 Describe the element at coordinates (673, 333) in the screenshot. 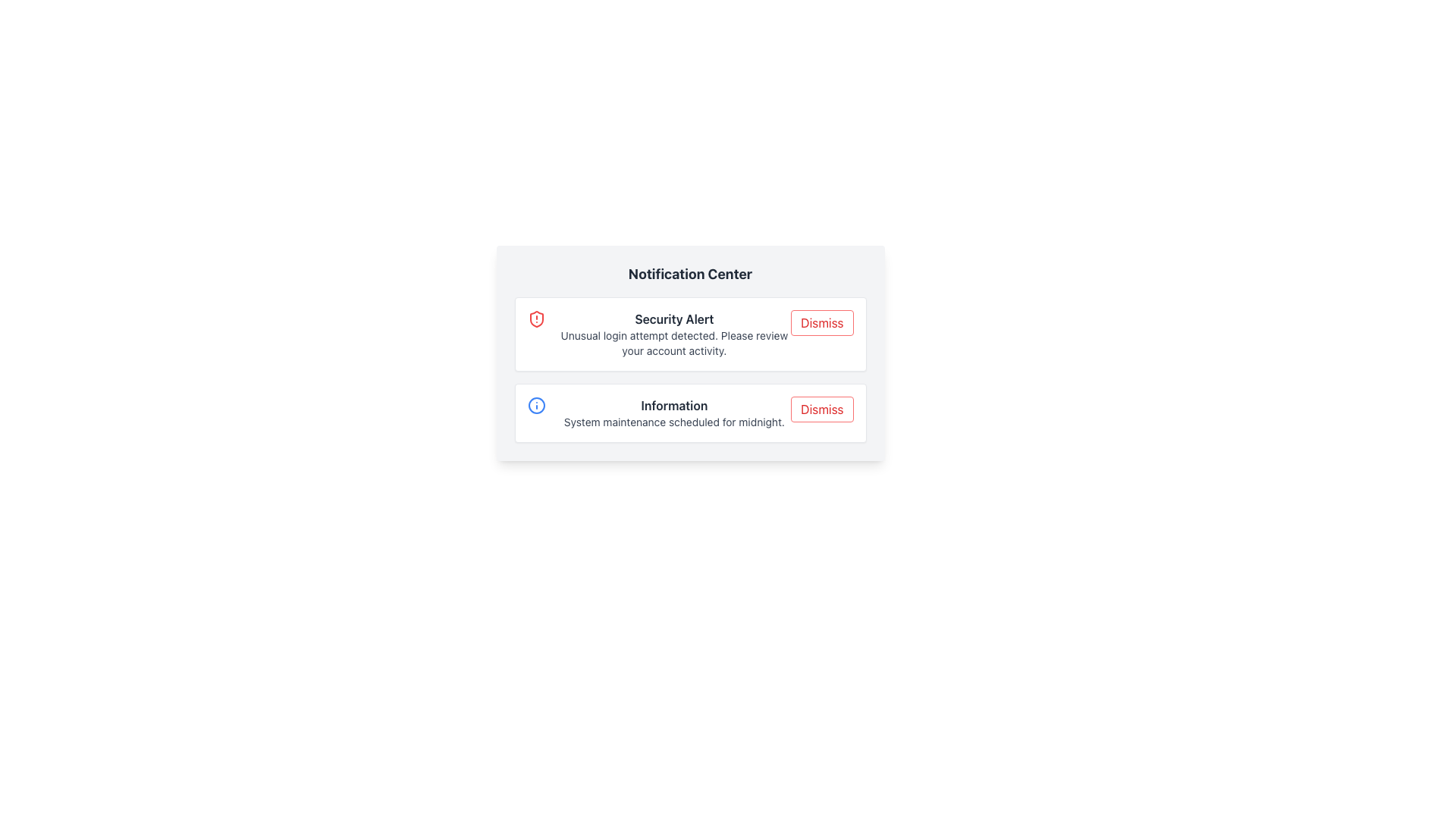

I see `notification message displayed in the first notification card of the Notification Center, which alerts users about a detected security alert and prompts them to review their account activity` at that location.